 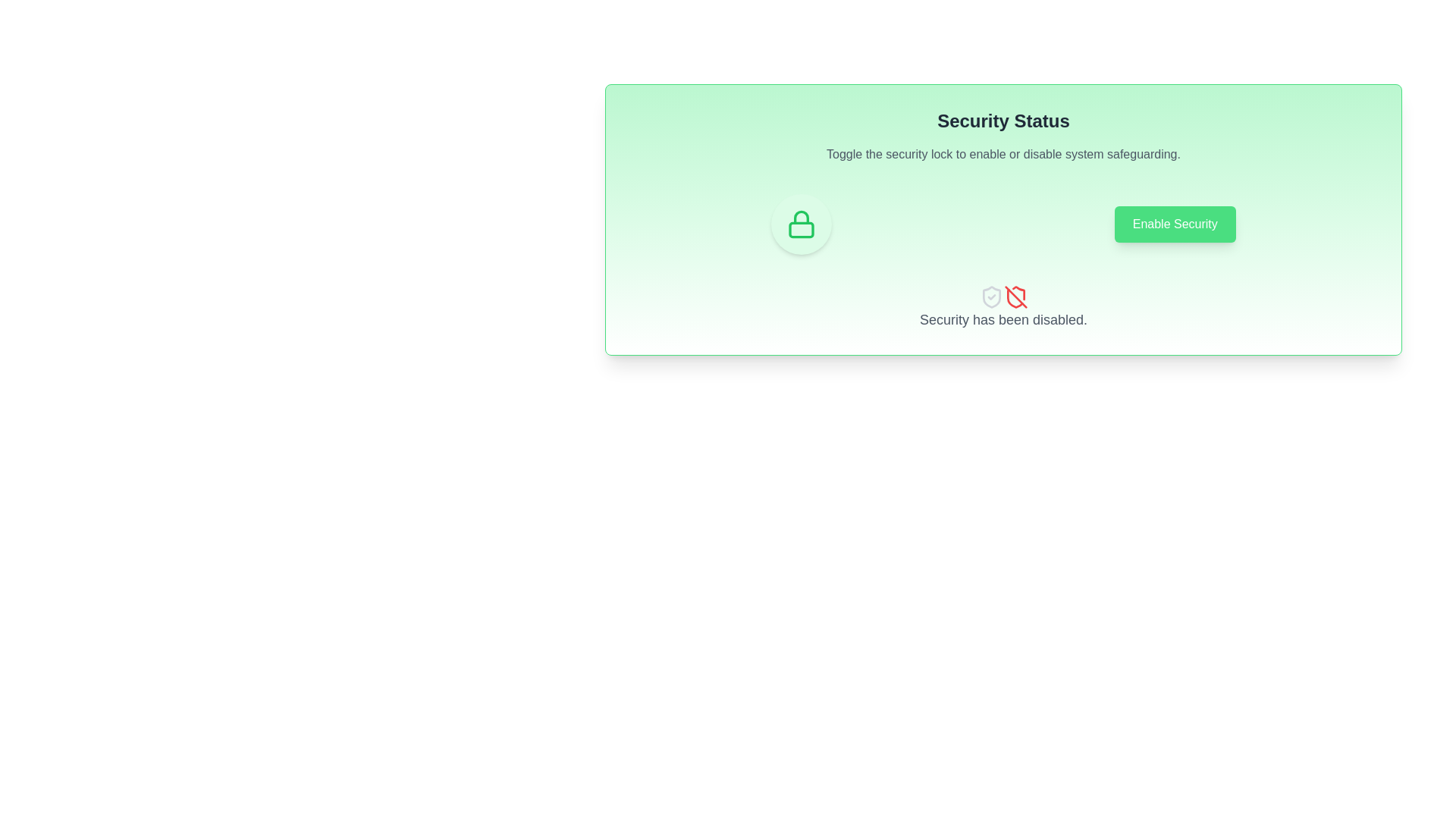 What do you see at coordinates (1003, 155) in the screenshot?
I see `the static informational text block that provides guidance on the security toggling feature, located centrally below the 'Security Status' heading and above the security lock icon and 'Enable Security' button` at bounding box center [1003, 155].